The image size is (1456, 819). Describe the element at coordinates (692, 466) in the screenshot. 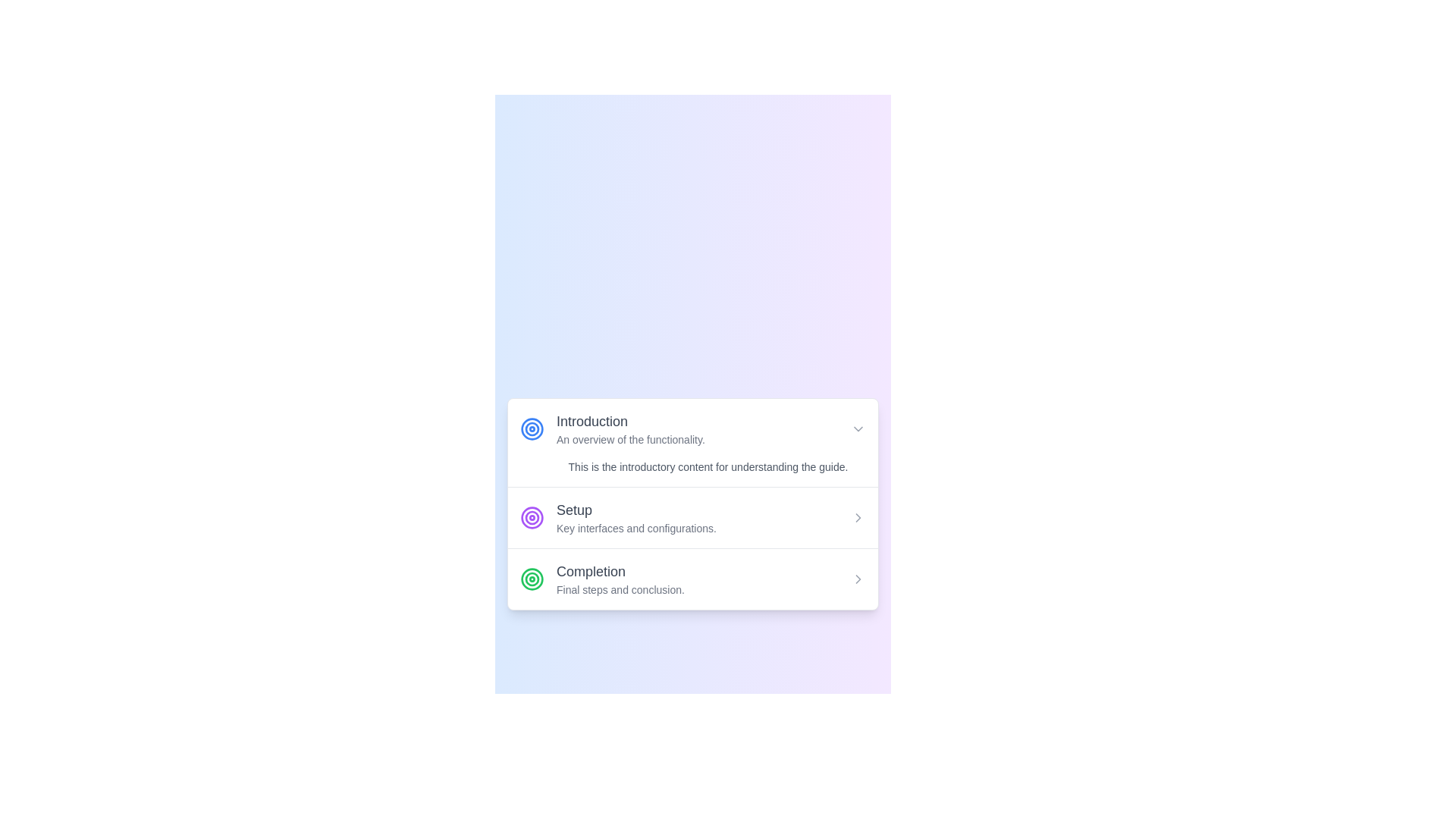

I see `the text paragraph styled in small gray fonts containing the phrase 'This is the introductory content for understanding the guide.', located beneath the 'Introduction' section header` at that location.